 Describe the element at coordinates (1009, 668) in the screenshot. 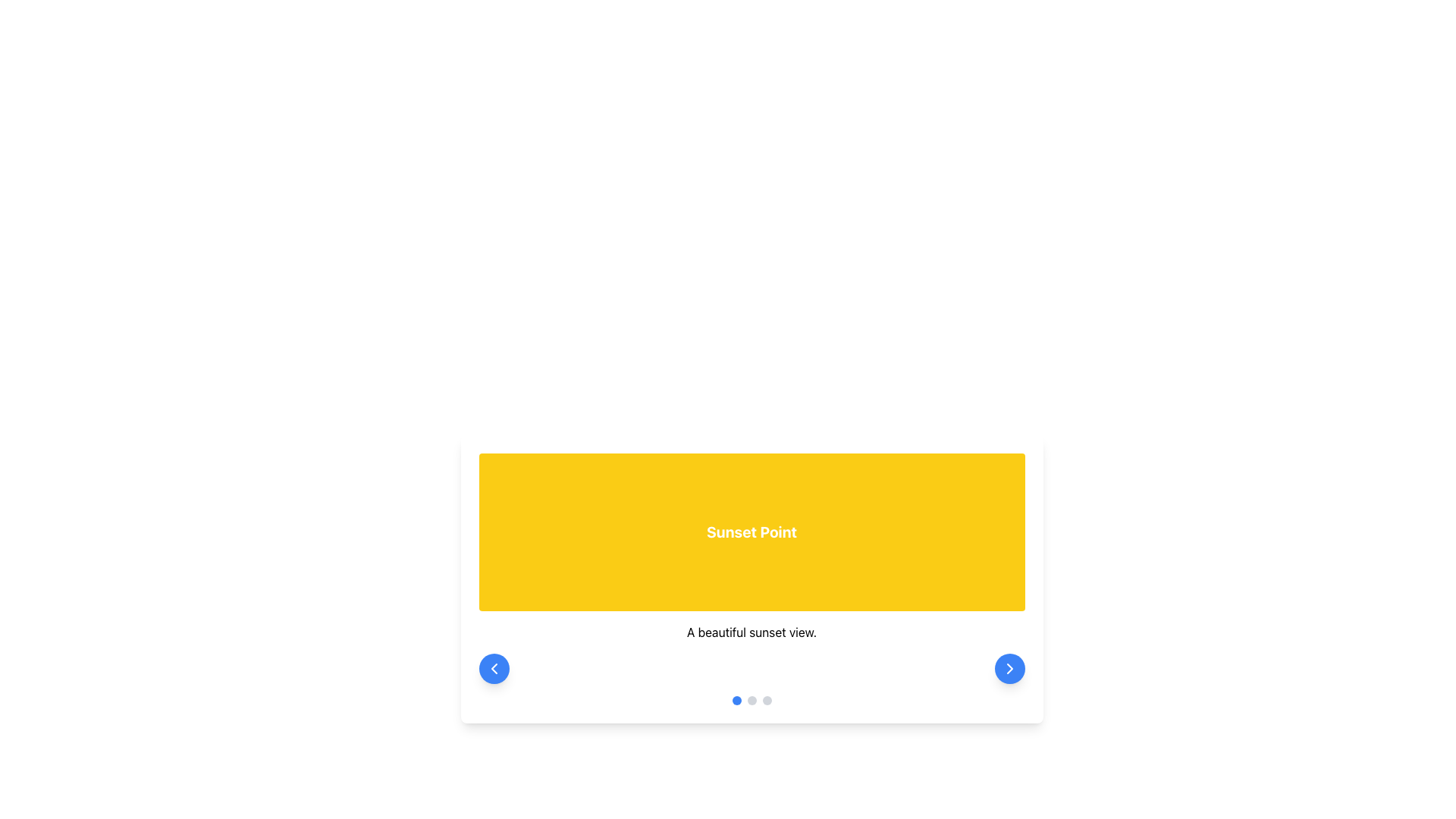

I see `the chevron icon button located in the bottom right corner of the card layout` at that location.